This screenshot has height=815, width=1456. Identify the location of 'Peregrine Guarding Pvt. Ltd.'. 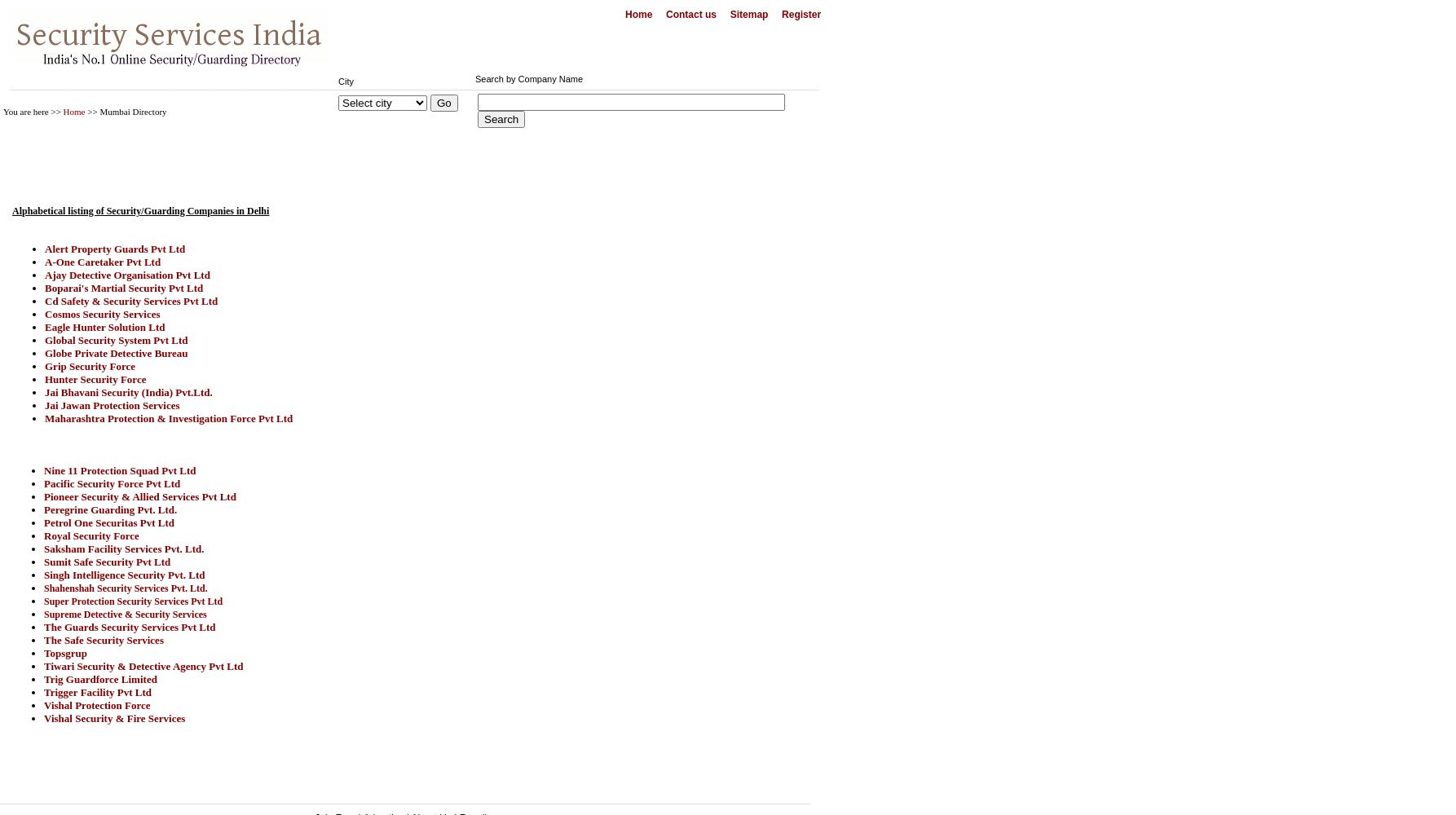
(110, 509).